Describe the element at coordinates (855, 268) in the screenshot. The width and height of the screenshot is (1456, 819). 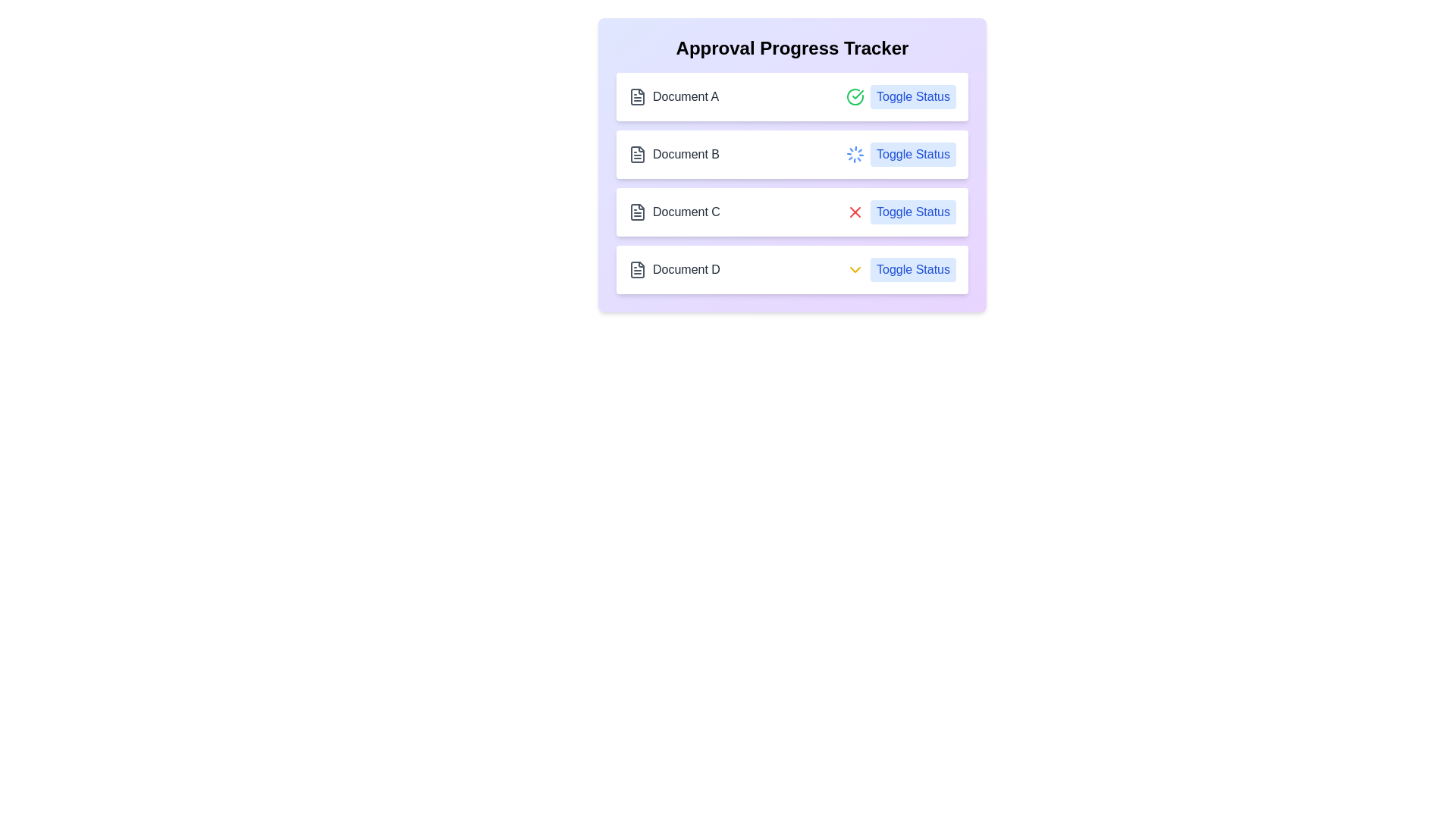
I see `the downward-chevron icon that indicates additional options related to the 'Toggle Status' button for 'Document D' to possibly reveal a tooltip` at that location.